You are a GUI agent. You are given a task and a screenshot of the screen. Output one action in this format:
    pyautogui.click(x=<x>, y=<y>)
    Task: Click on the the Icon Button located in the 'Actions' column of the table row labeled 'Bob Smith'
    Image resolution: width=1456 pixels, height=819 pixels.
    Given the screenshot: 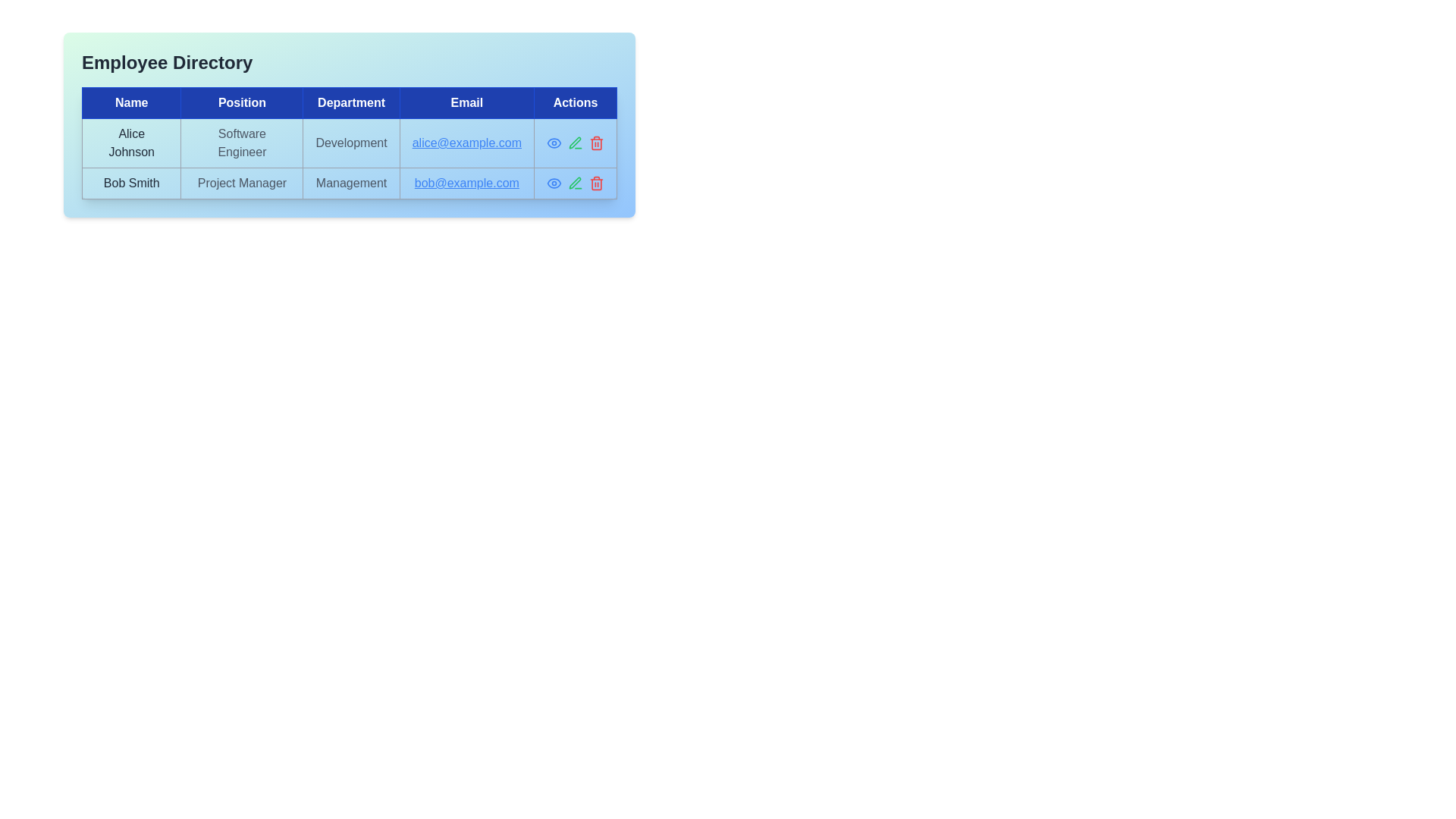 What is the action you would take?
    pyautogui.click(x=574, y=183)
    